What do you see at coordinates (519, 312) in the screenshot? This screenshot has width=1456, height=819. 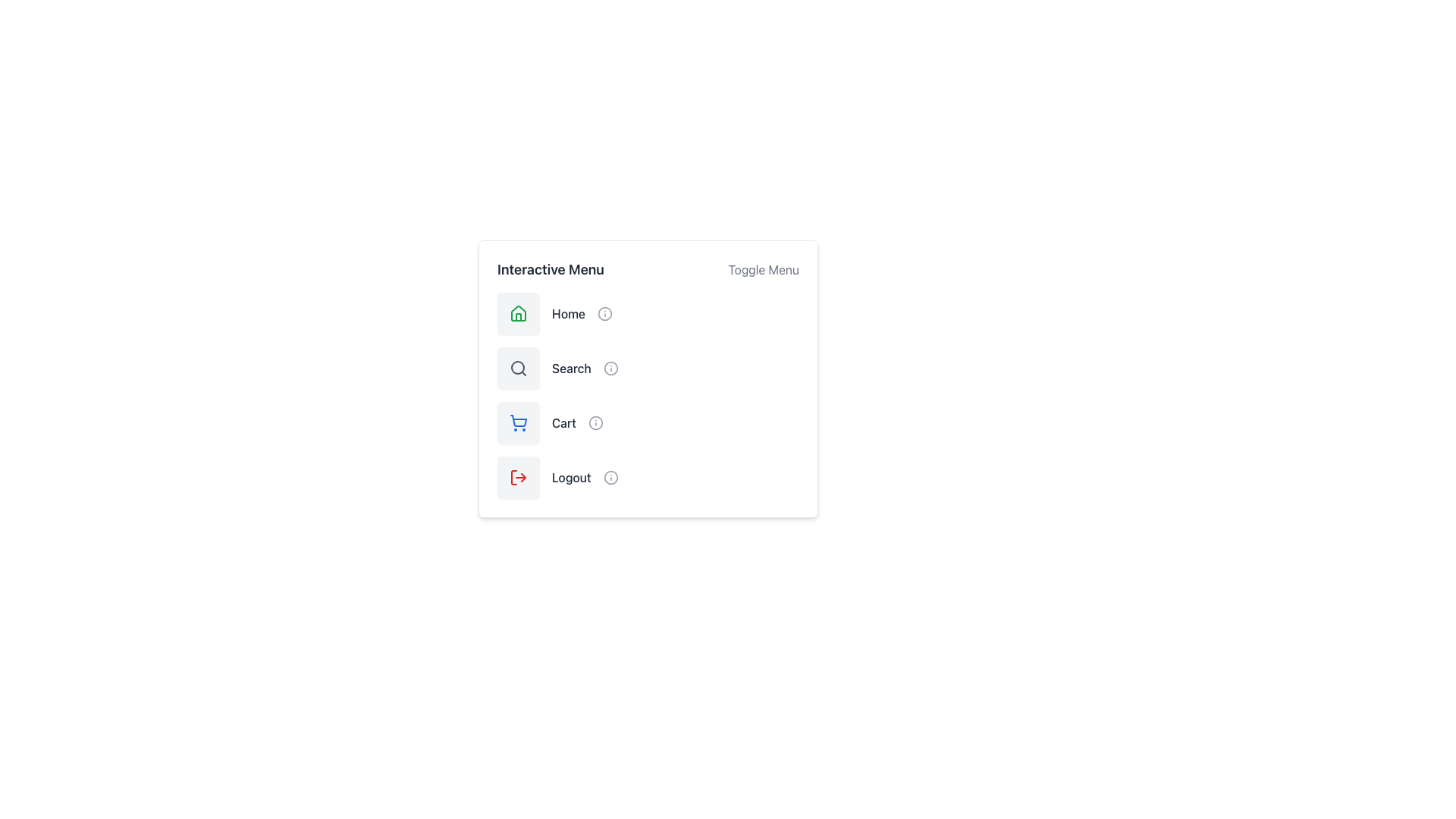 I see `the 'Home' icon in the topmost block of the menu interface` at bounding box center [519, 312].